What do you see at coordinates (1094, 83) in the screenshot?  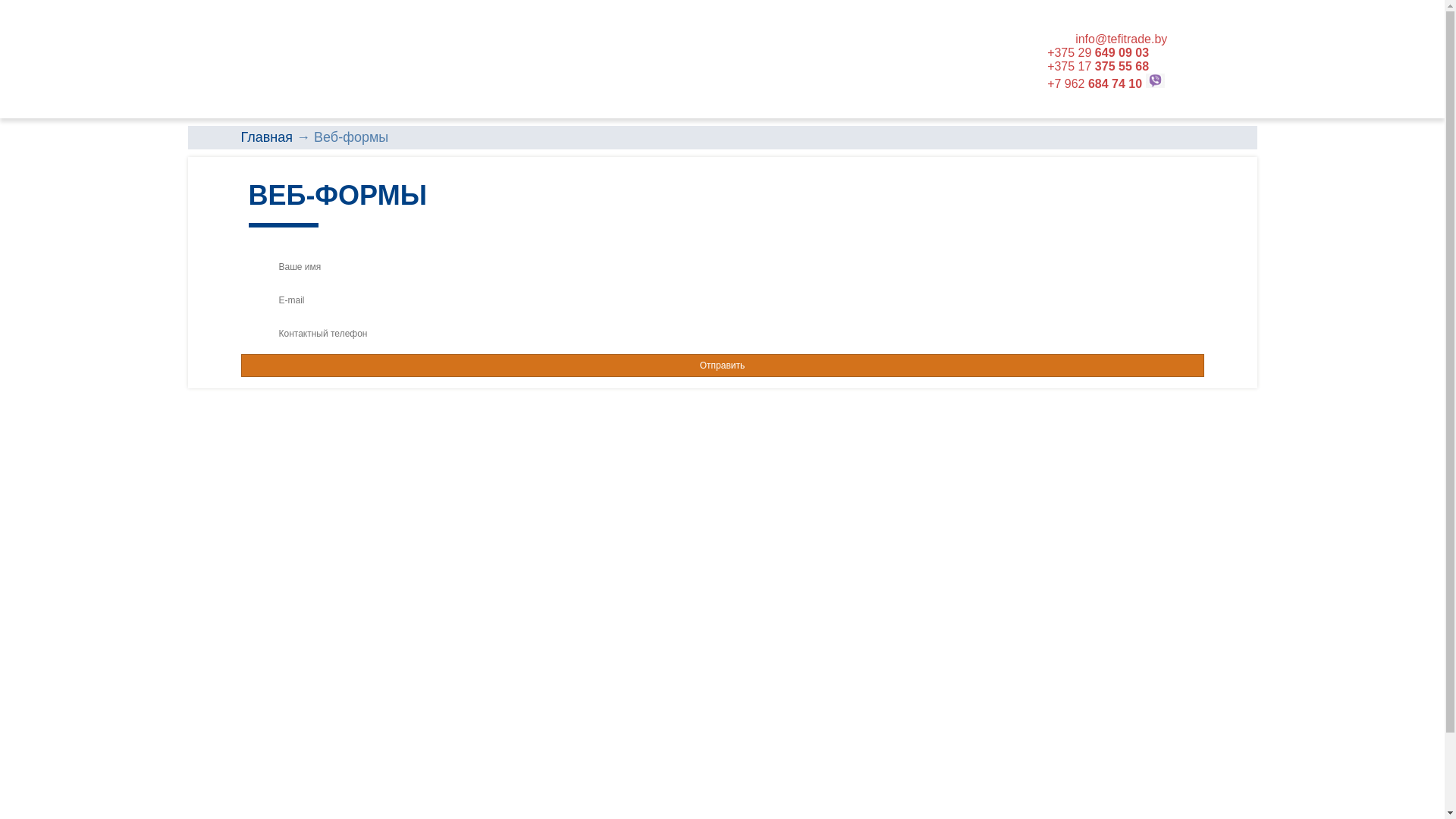 I see `'+7 962 684 74 10'` at bounding box center [1094, 83].